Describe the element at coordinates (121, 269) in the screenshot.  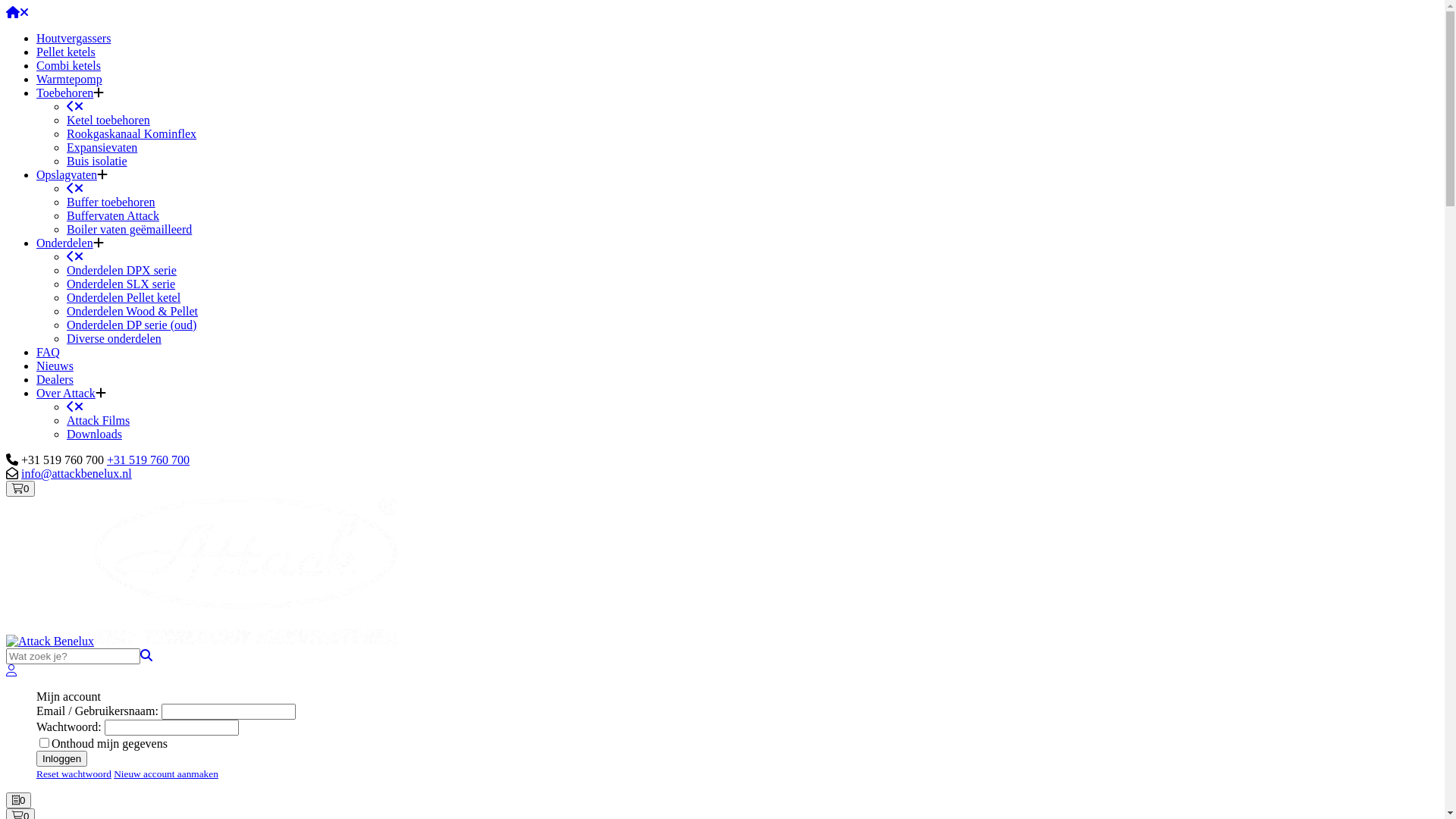
I see `'Onderdelen DPX serie'` at that location.